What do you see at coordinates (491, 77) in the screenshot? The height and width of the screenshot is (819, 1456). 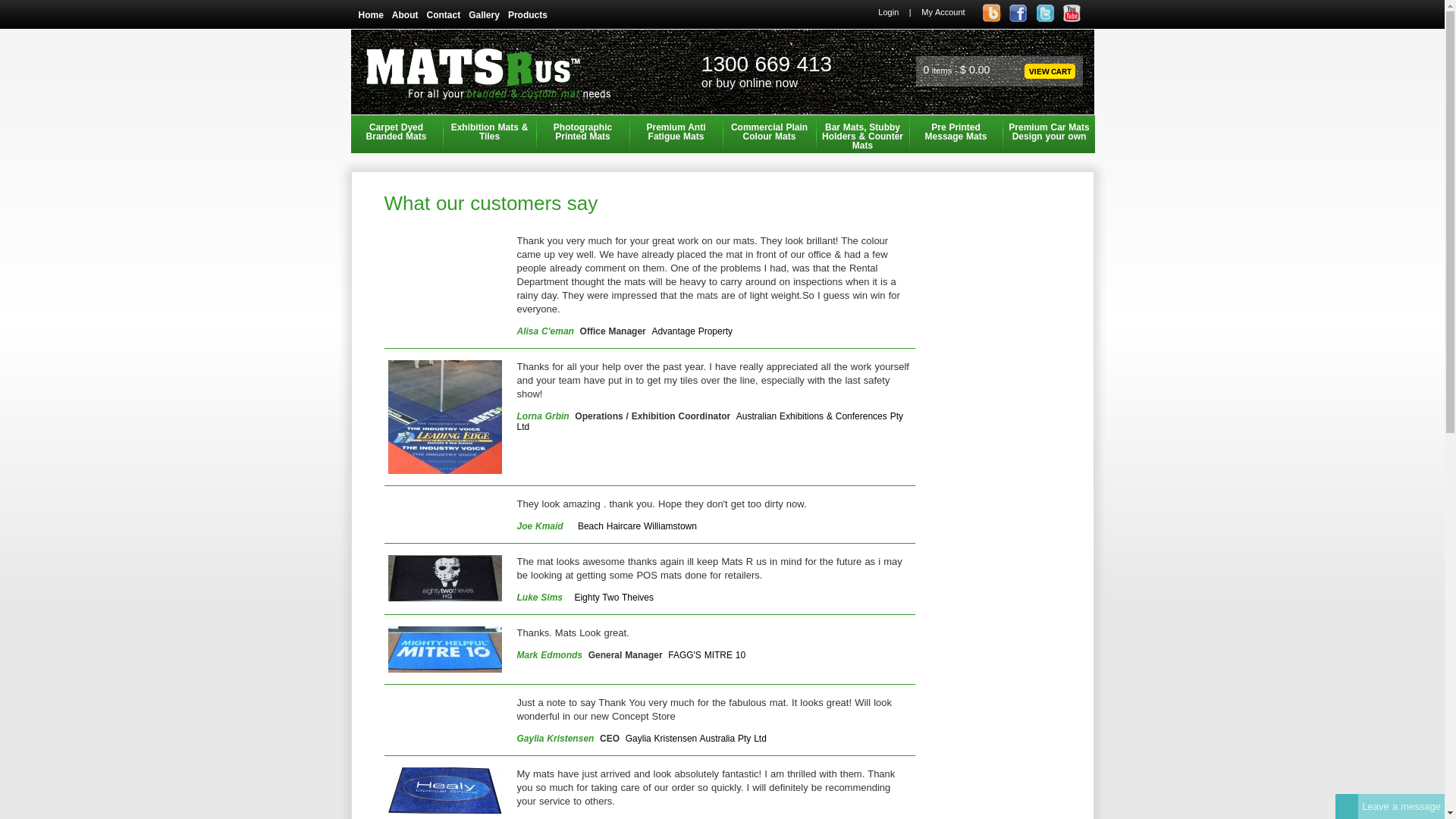 I see `'MatsRus logo - for all your branded & custome mat needs'` at bounding box center [491, 77].